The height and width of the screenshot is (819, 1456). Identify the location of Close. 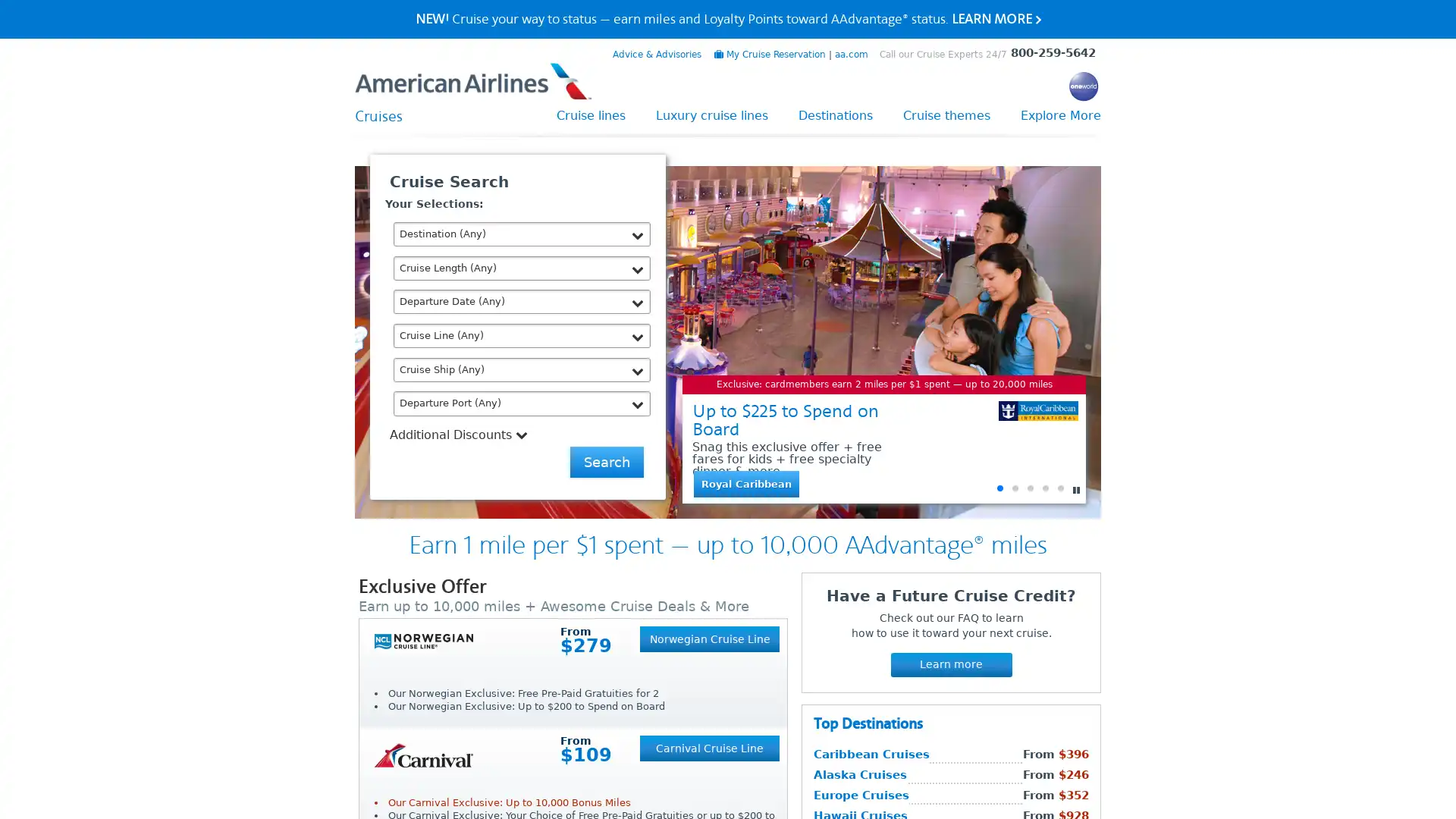
(1004, 222).